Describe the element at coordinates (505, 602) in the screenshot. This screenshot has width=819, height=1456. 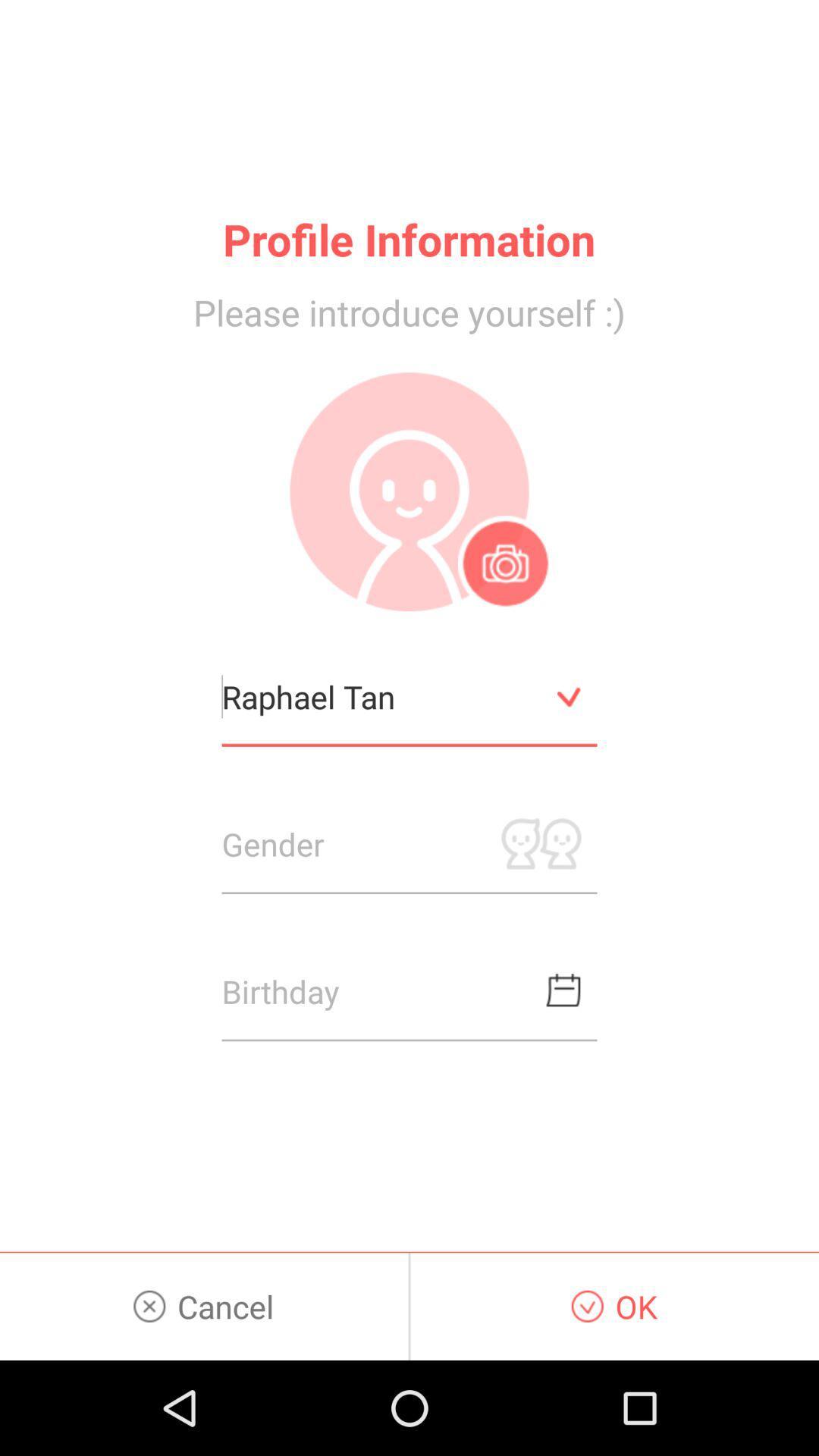
I see `the photo icon` at that location.